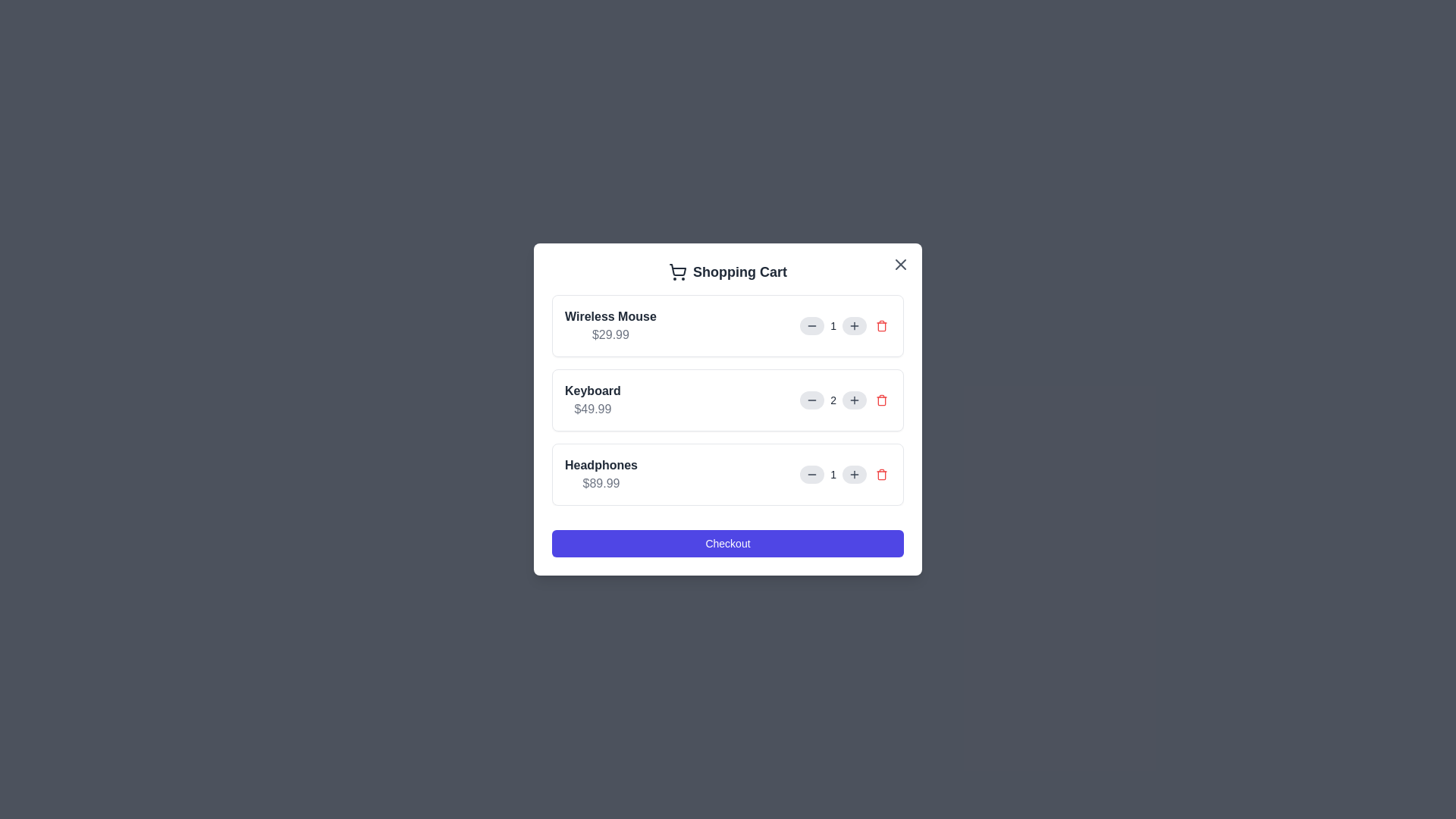 The image size is (1456, 819). Describe the element at coordinates (881, 325) in the screenshot. I see `the red trash can icon button, which is located at the far right end of the 'Wireless Mouse' row in the shopping cart` at that location.